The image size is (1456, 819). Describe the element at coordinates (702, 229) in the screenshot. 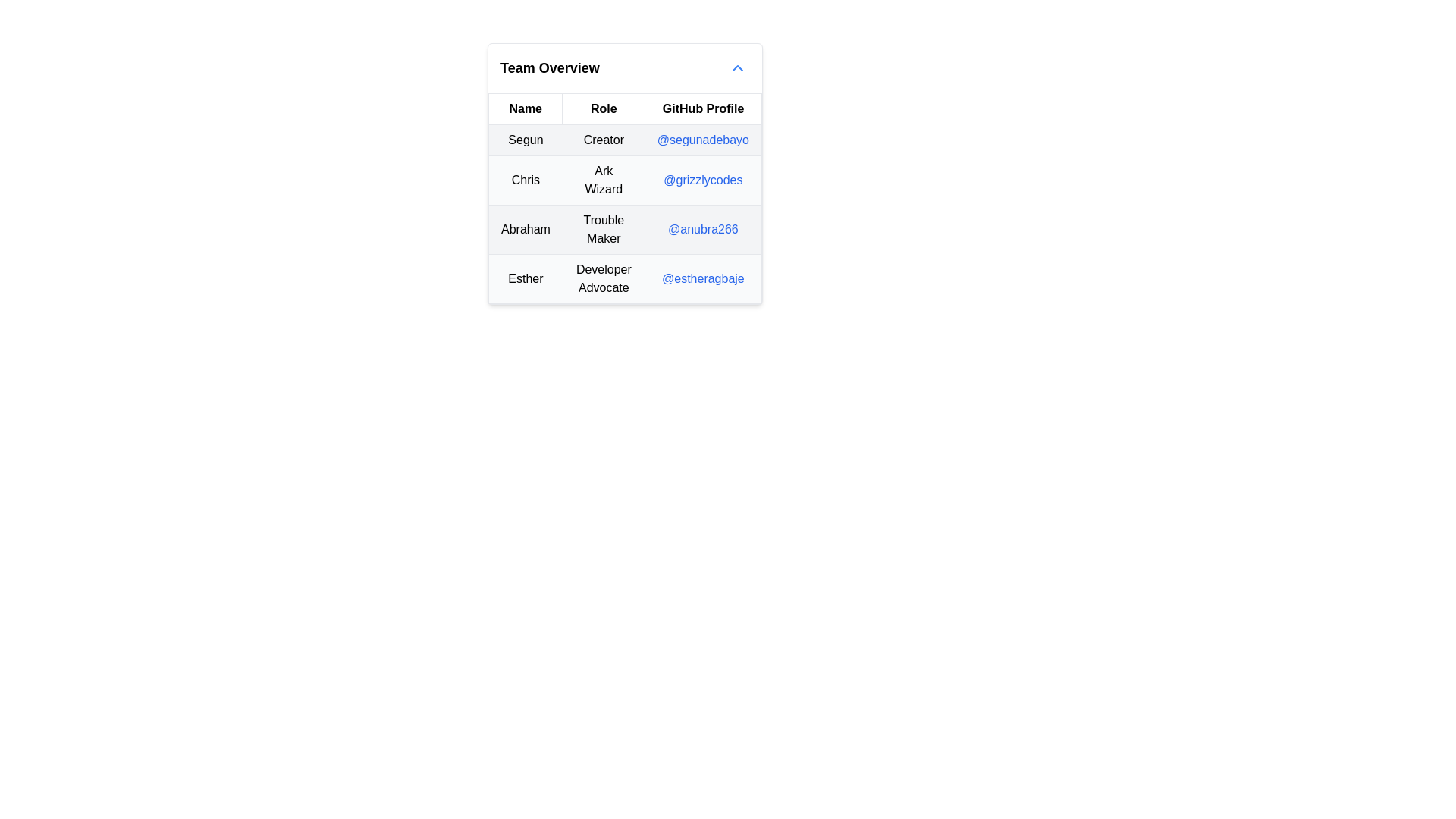

I see `the hyperlink in the third row of the table under the 'GitHub Profile' column` at that location.